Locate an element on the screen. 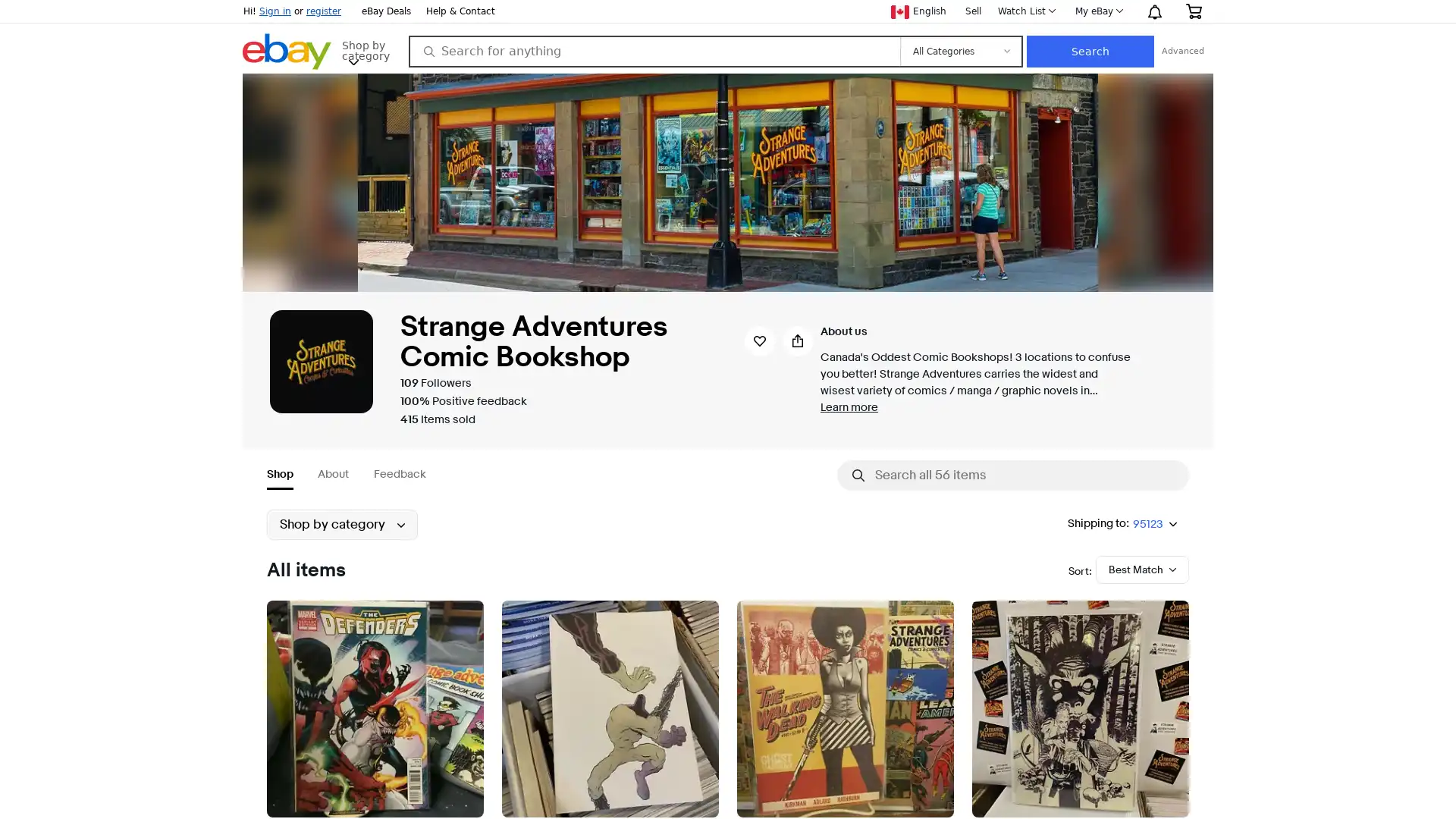 The width and height of the screenshot is (1456, 819). Shop by category is located at coordinates (369, 49).